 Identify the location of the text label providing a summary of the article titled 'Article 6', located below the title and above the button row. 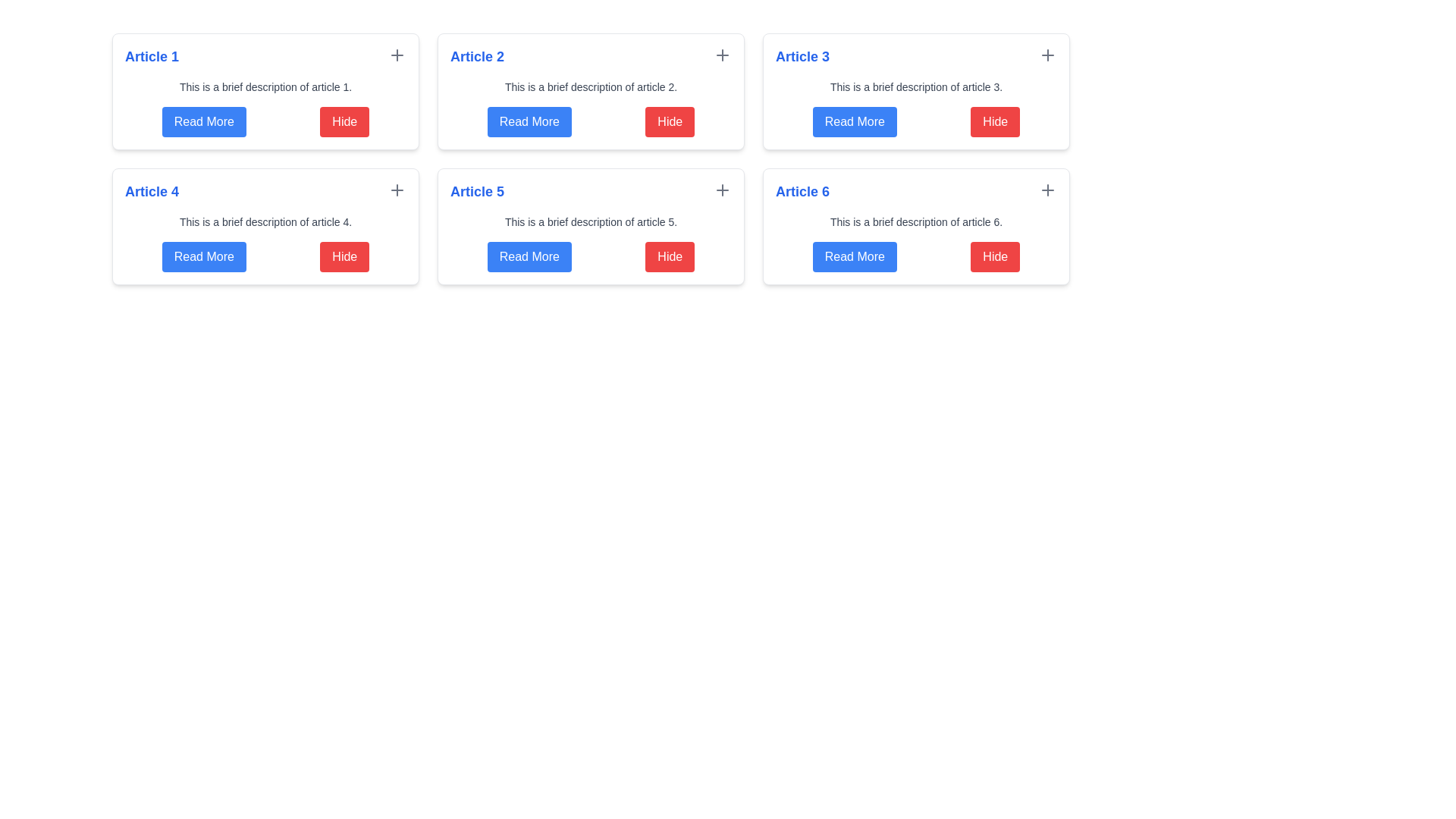
(915, 222).